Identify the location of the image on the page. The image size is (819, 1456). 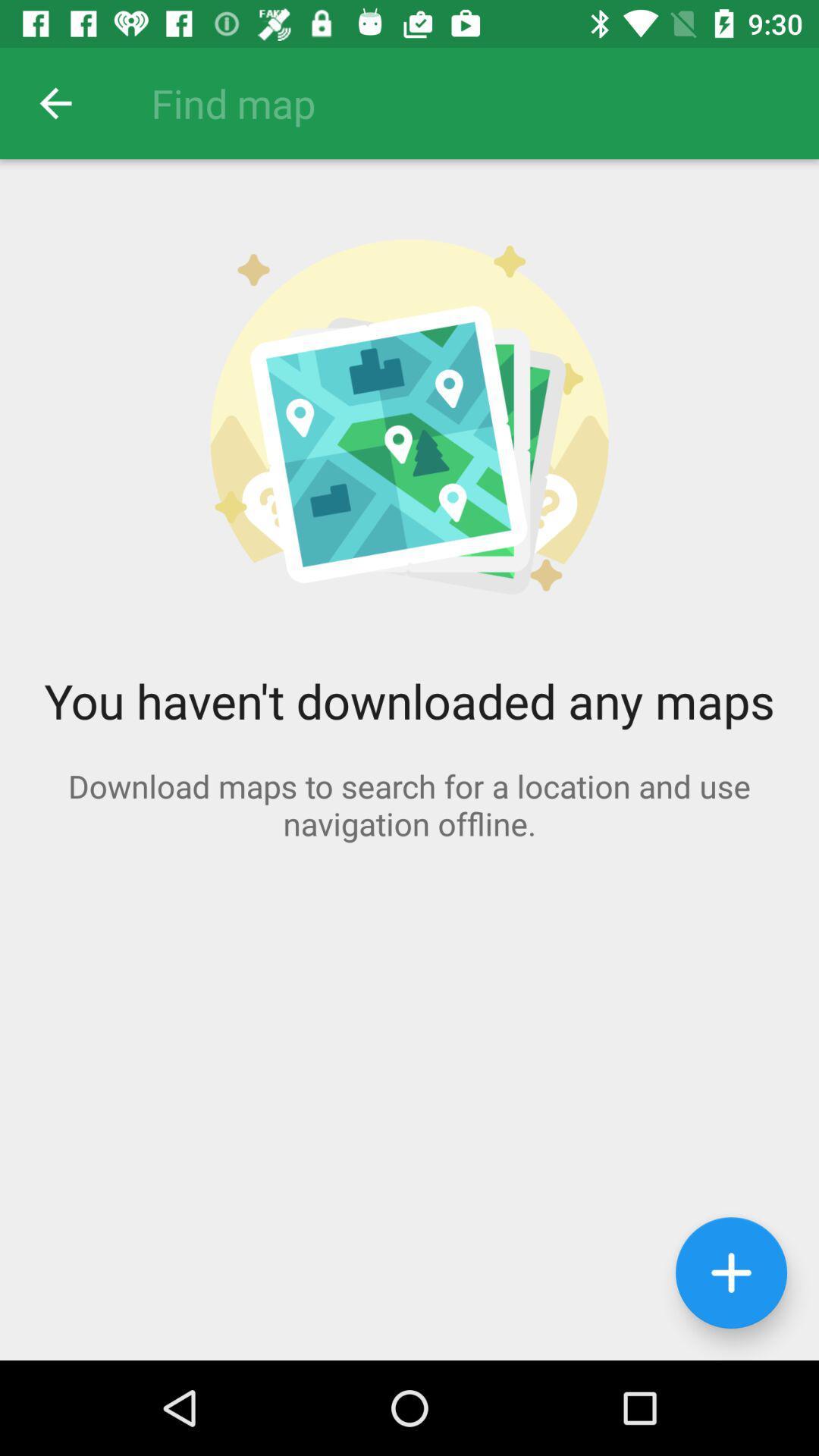
(409, 422).